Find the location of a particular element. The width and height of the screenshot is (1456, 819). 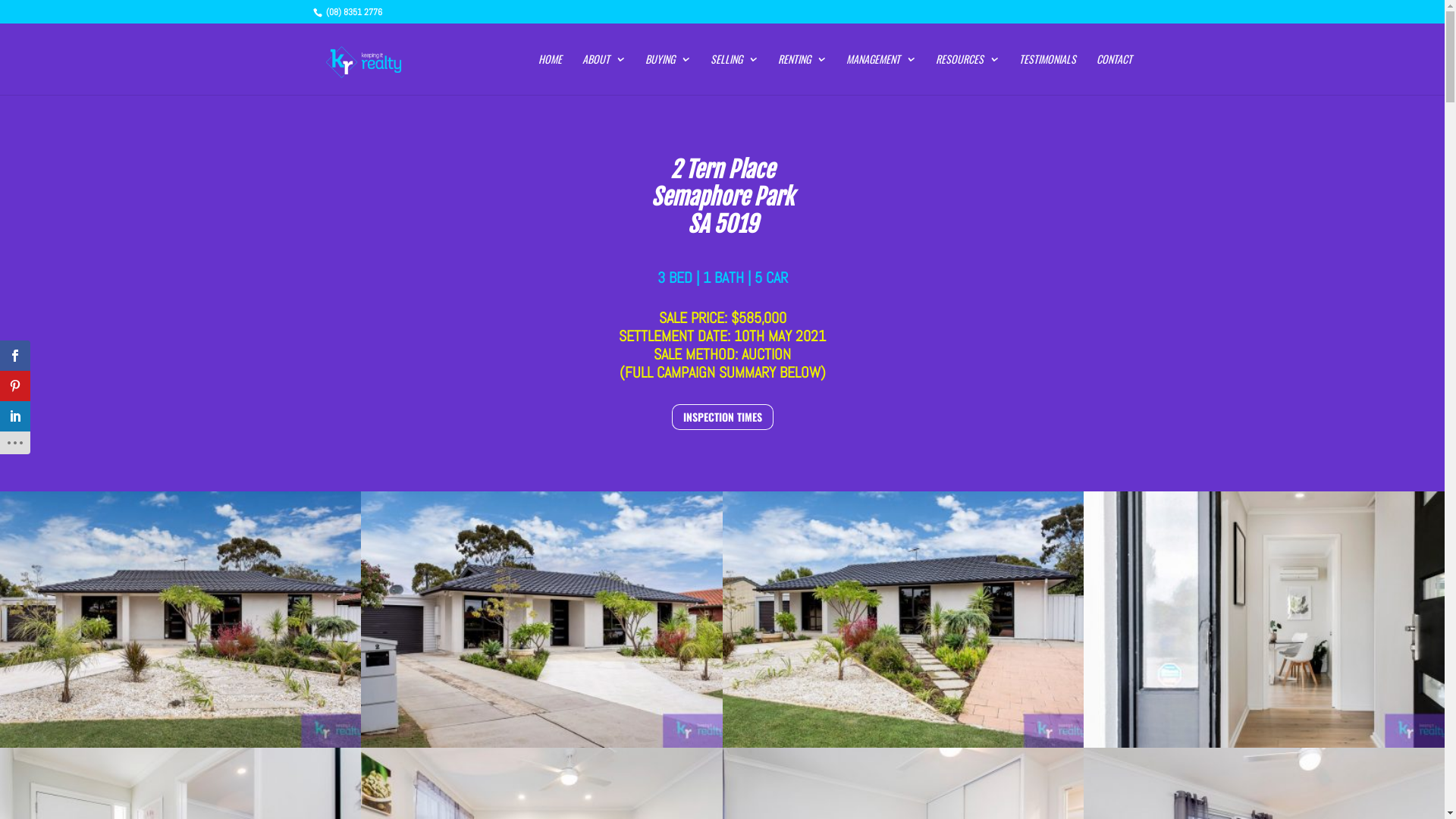

'BUYING' is located at coordinates (644, 74).